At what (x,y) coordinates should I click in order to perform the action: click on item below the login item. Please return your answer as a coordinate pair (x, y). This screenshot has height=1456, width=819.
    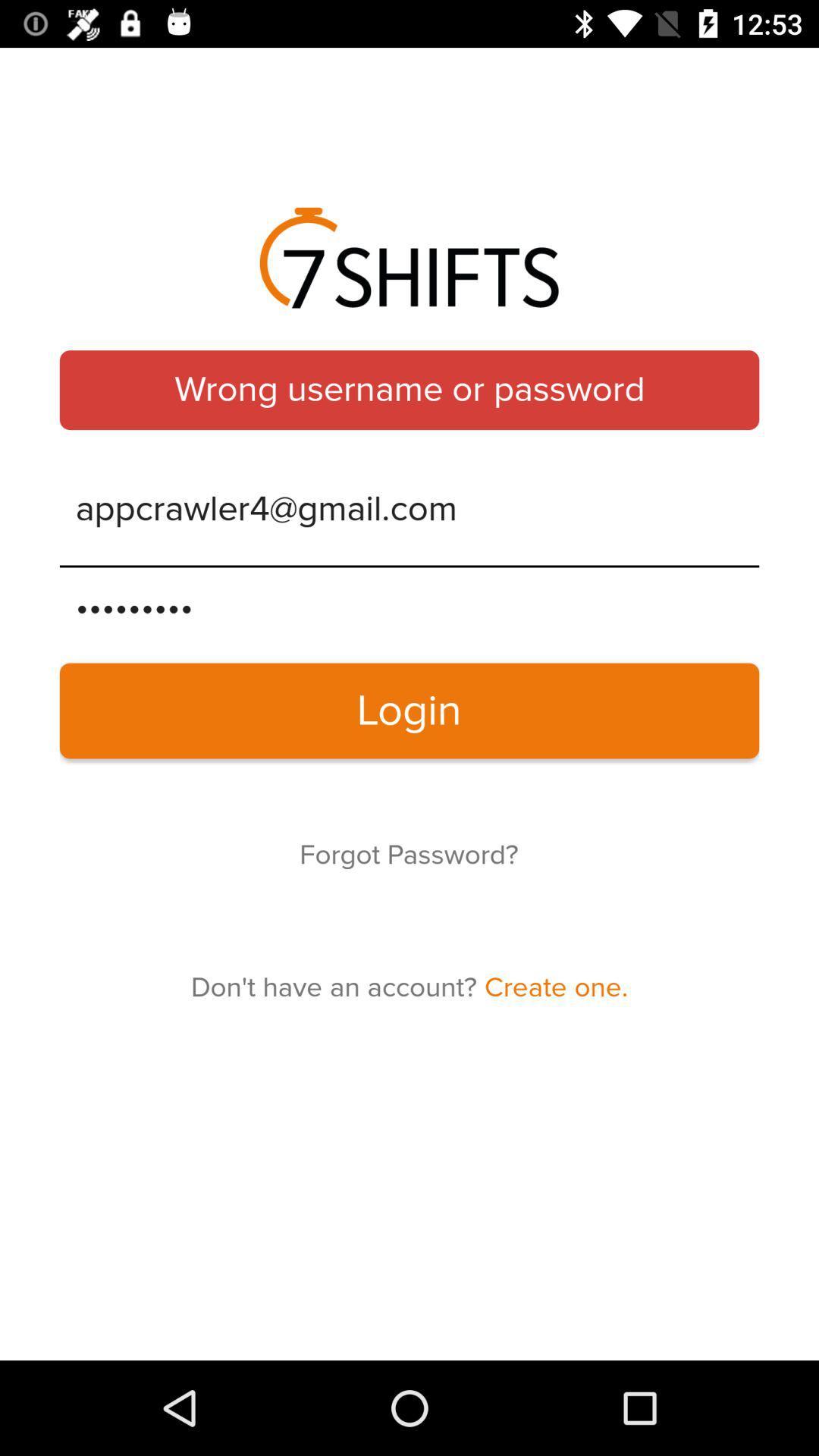
    Looking at the image, I should click on (408, 855).